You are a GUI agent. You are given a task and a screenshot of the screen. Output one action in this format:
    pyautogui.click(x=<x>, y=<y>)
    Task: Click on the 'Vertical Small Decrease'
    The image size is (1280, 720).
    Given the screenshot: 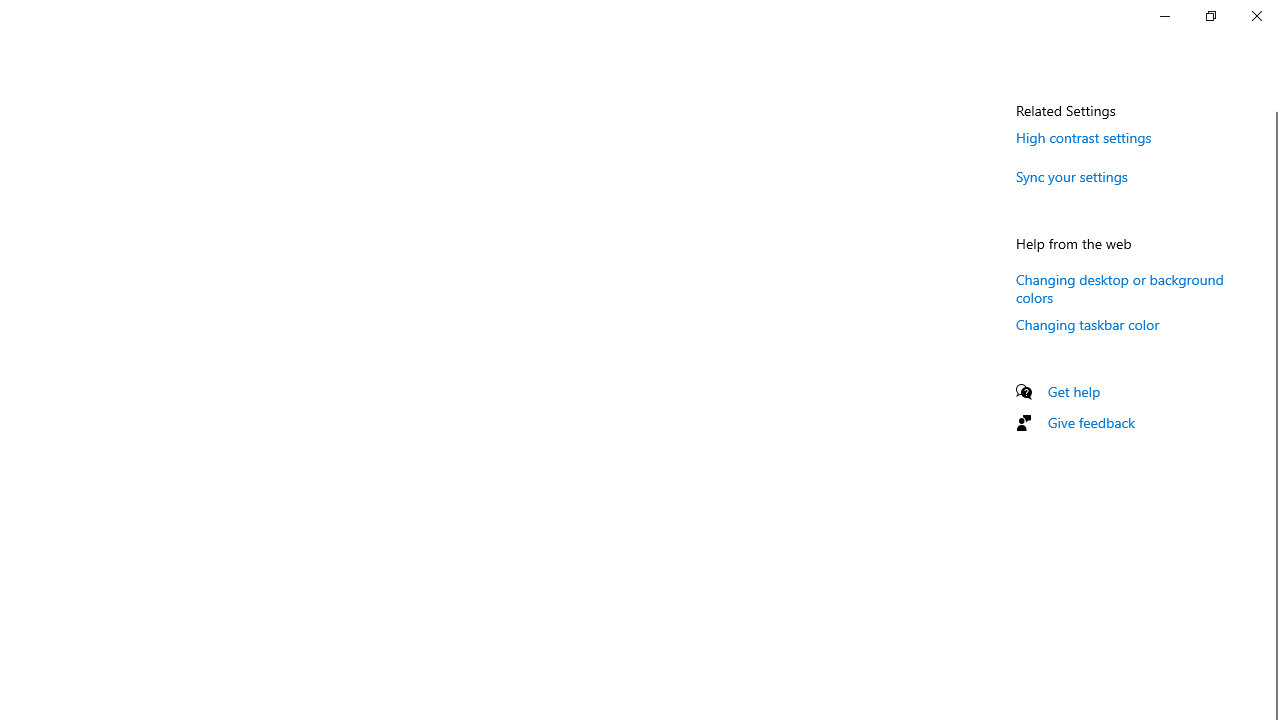 What is the action you would take?
    pyautogui.click(x=1271, y=104)
    